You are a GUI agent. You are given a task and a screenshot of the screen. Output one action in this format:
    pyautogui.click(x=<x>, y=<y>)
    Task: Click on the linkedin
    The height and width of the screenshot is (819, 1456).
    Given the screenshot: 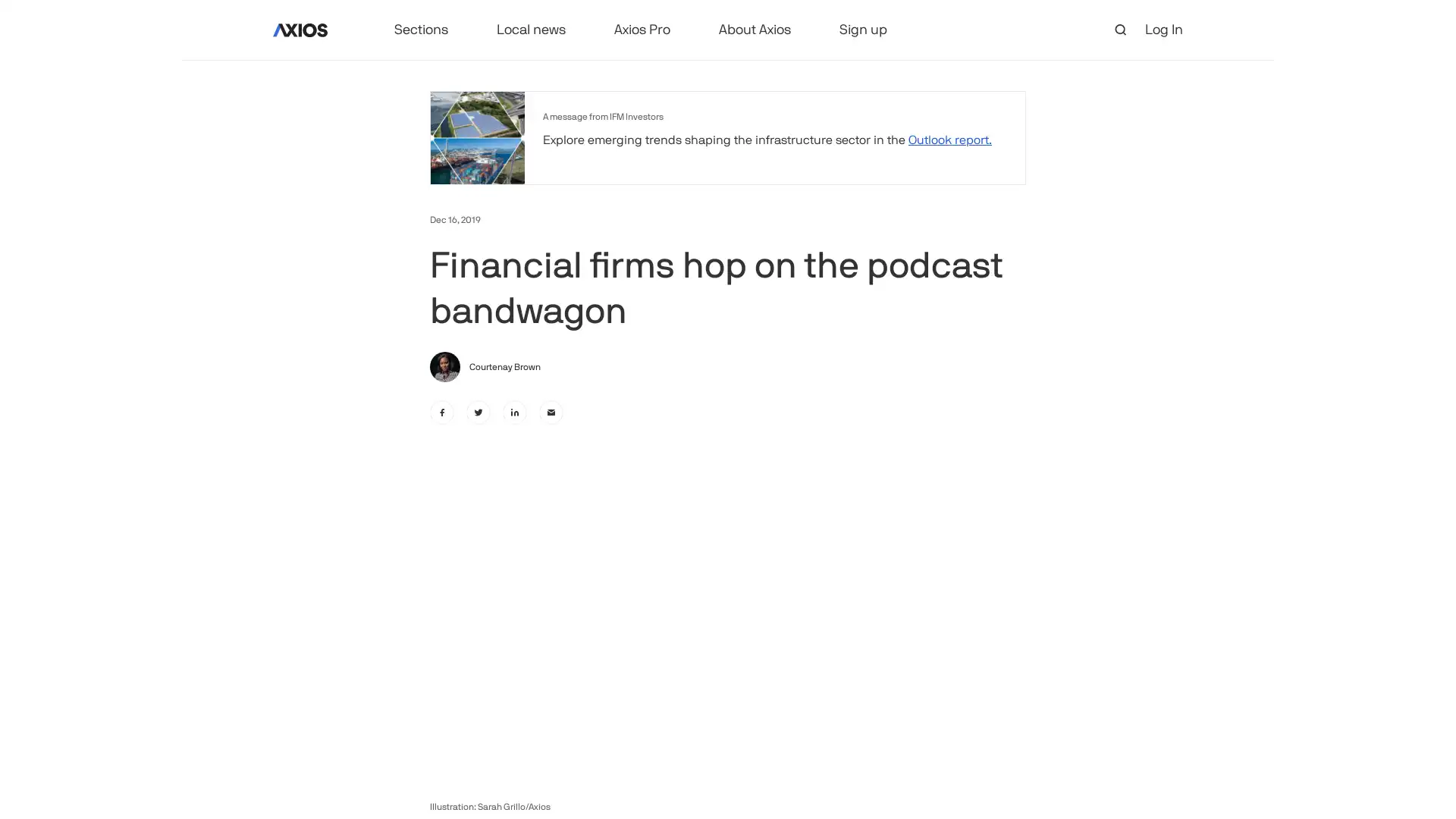 What is the action you would take?
    pyautogui.click(x=513, y=412)
    